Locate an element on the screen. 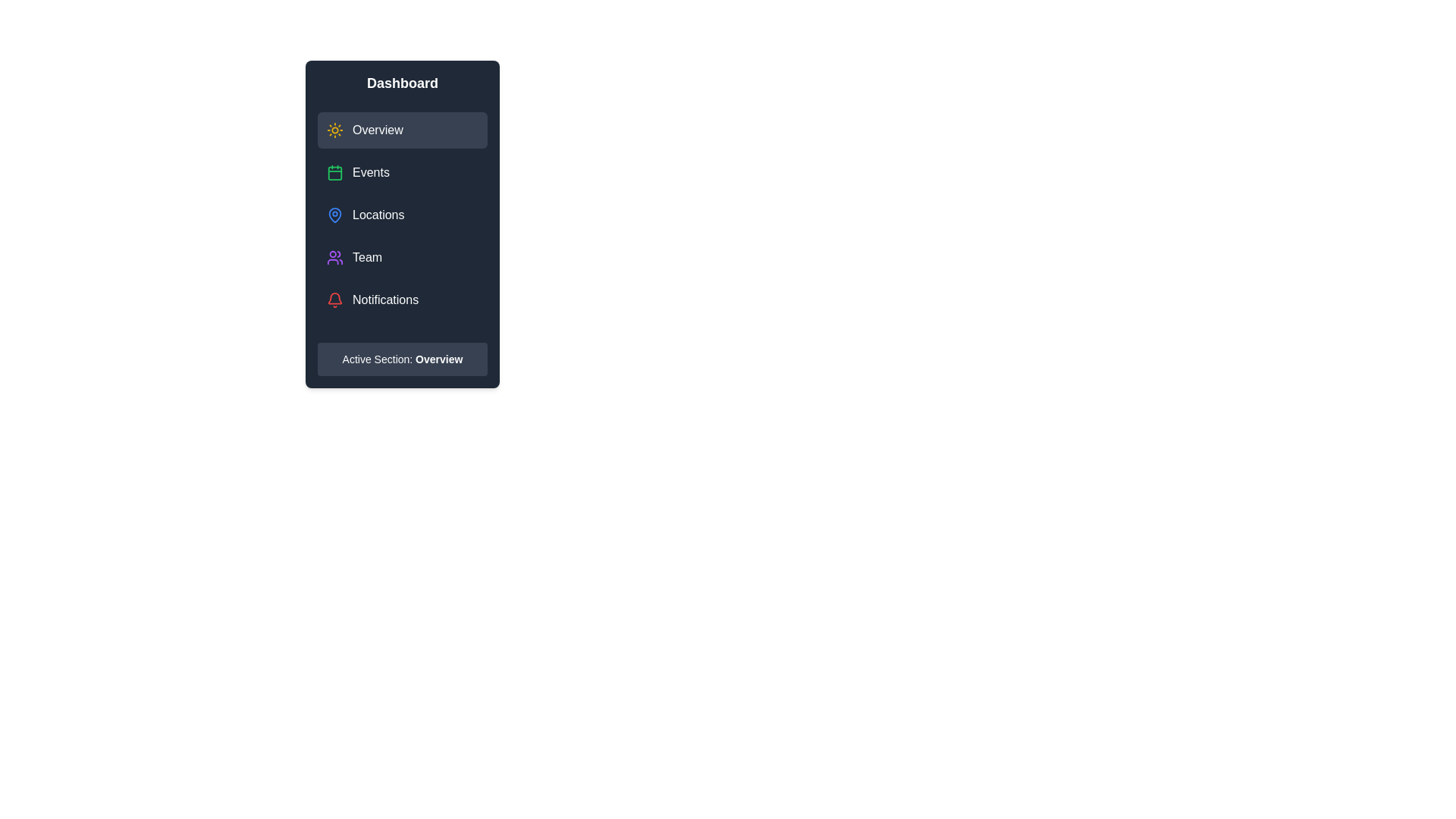  the menu item Locations to navigate to the corresponding section is located at coordinates (403, 215).